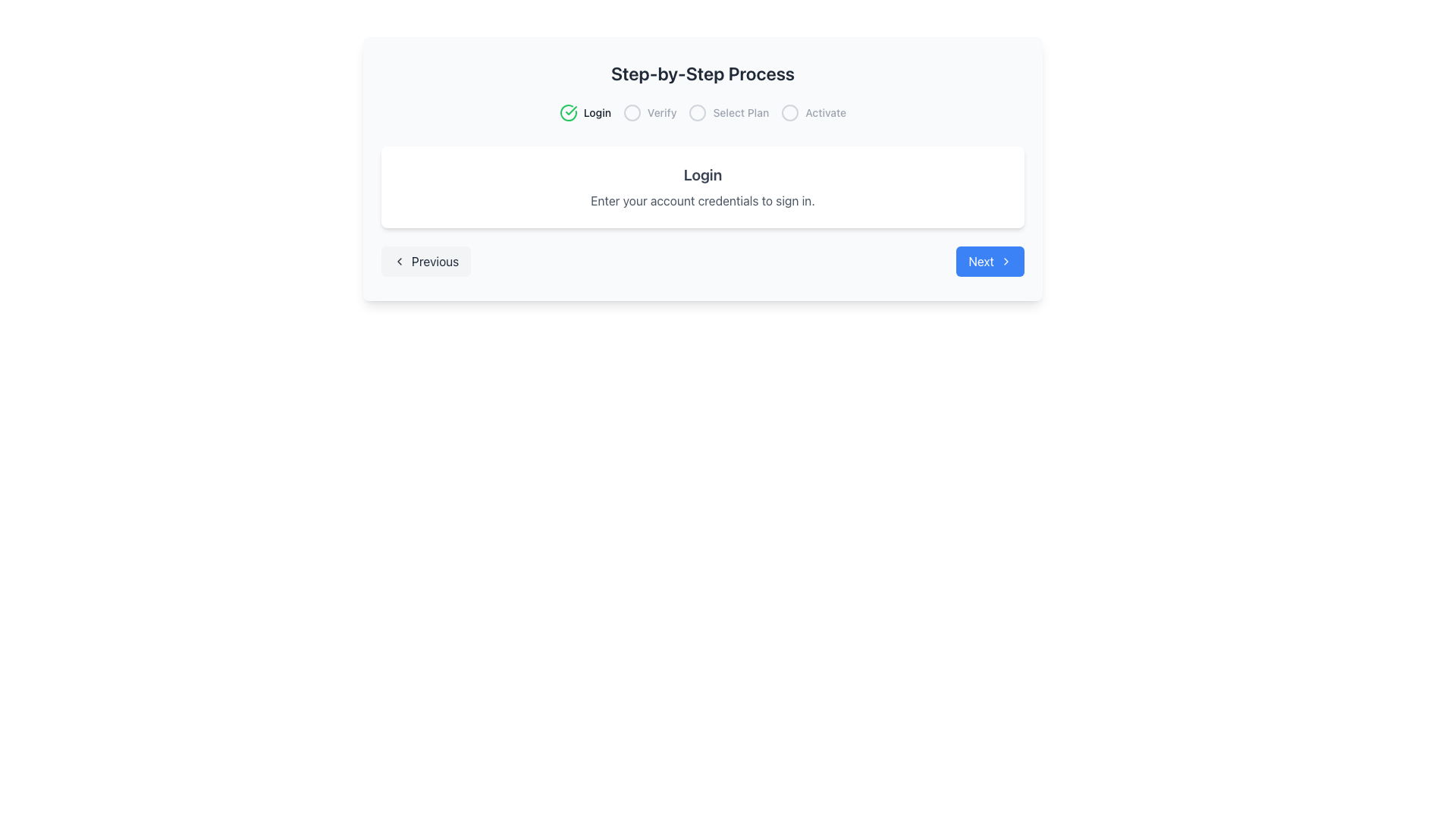 The image size is (1456, 819). I want to click on the 'Activate' step indicator icon, which is the fourth in a horizontal set of icons located in the upper center of the interface, so click(789, 112).